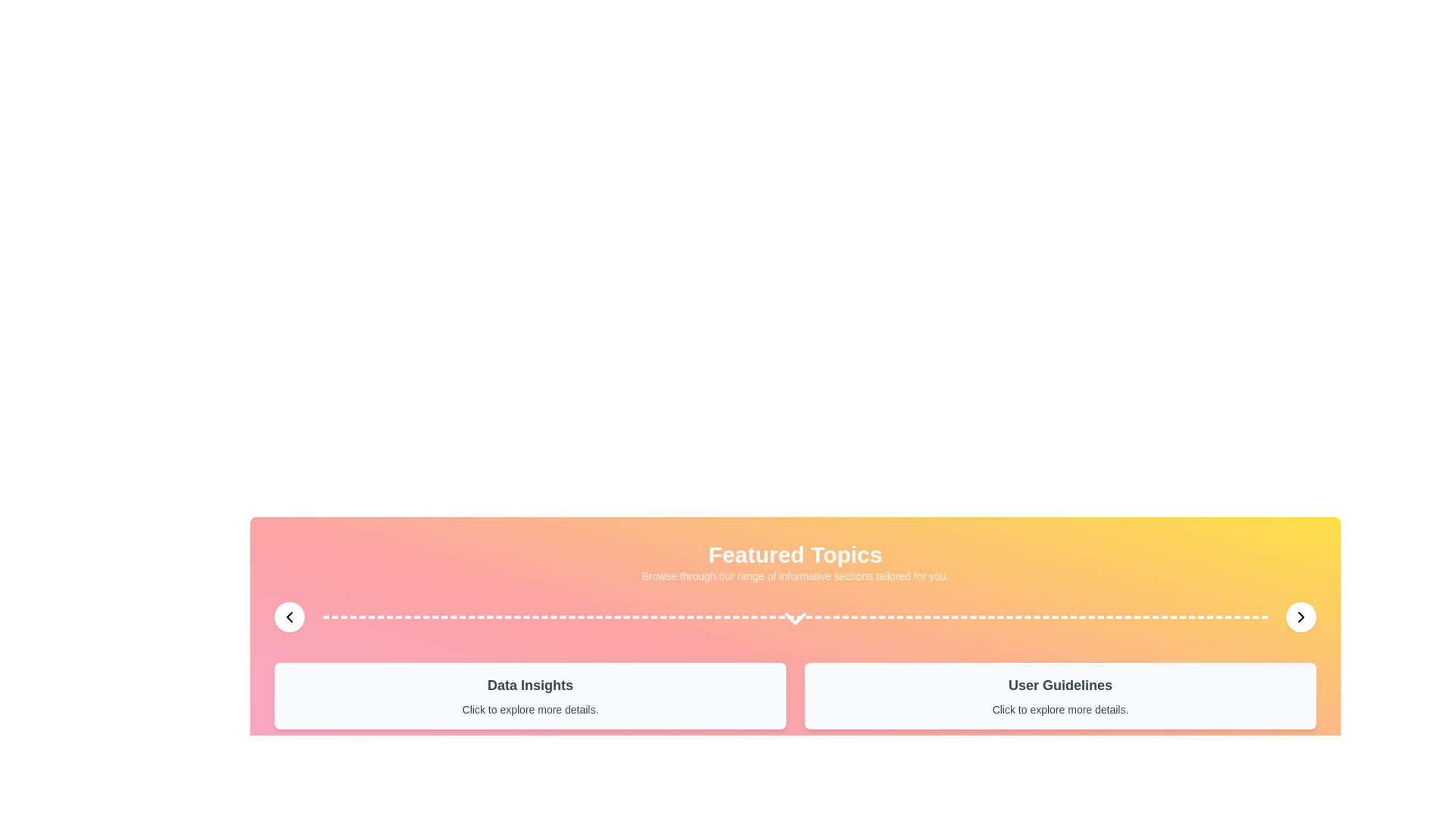 The width and height of the screenshot is (1456, 819). I want to click on the circular button with a white background and a left-pointing chevron icon, so click(290, 617).